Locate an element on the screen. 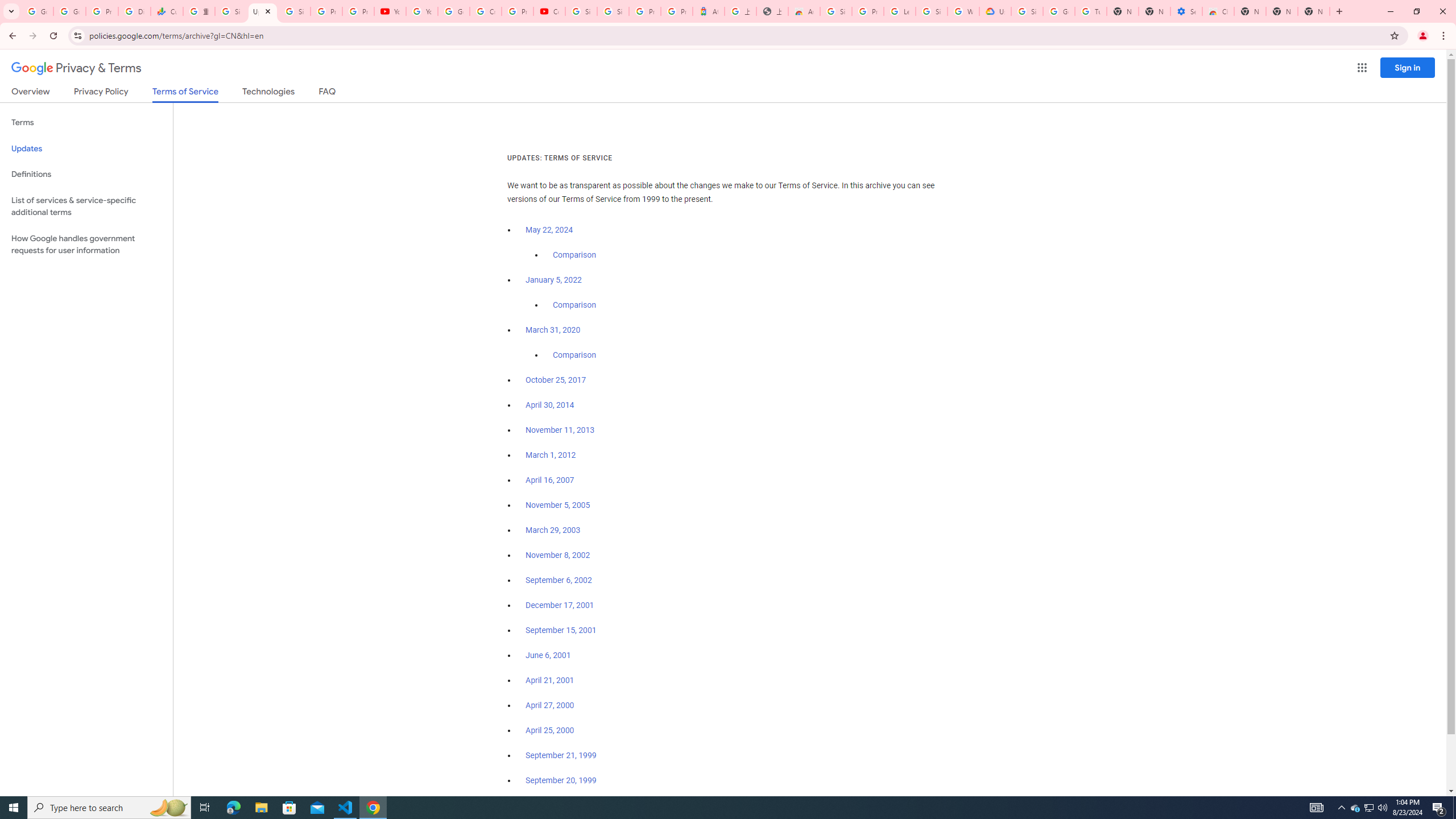  'April 21, 2001' is located at coordinates (549, 679).